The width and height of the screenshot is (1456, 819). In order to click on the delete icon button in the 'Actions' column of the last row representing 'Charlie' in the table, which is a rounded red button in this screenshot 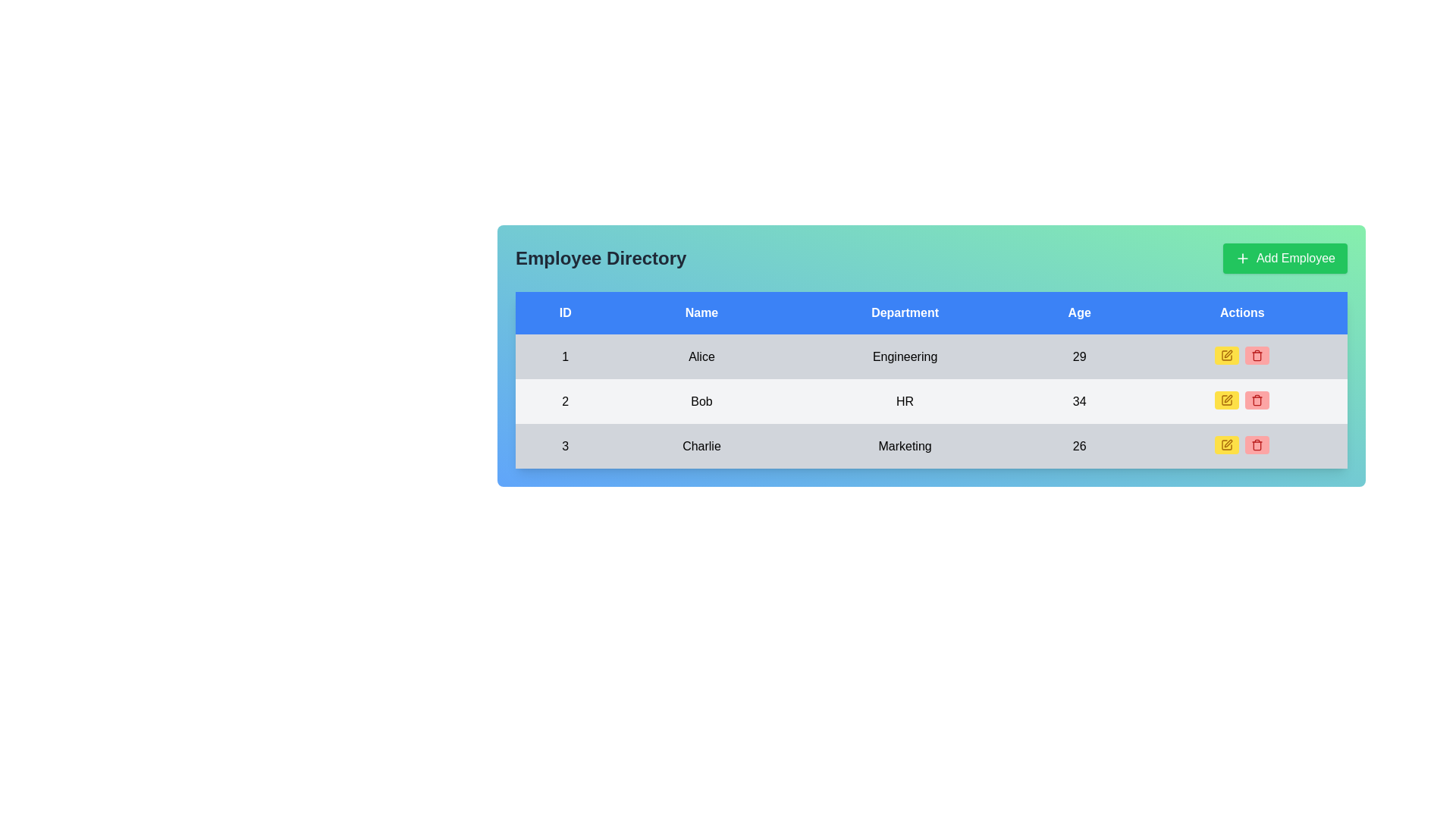, I will do `click(1257, 444)`.